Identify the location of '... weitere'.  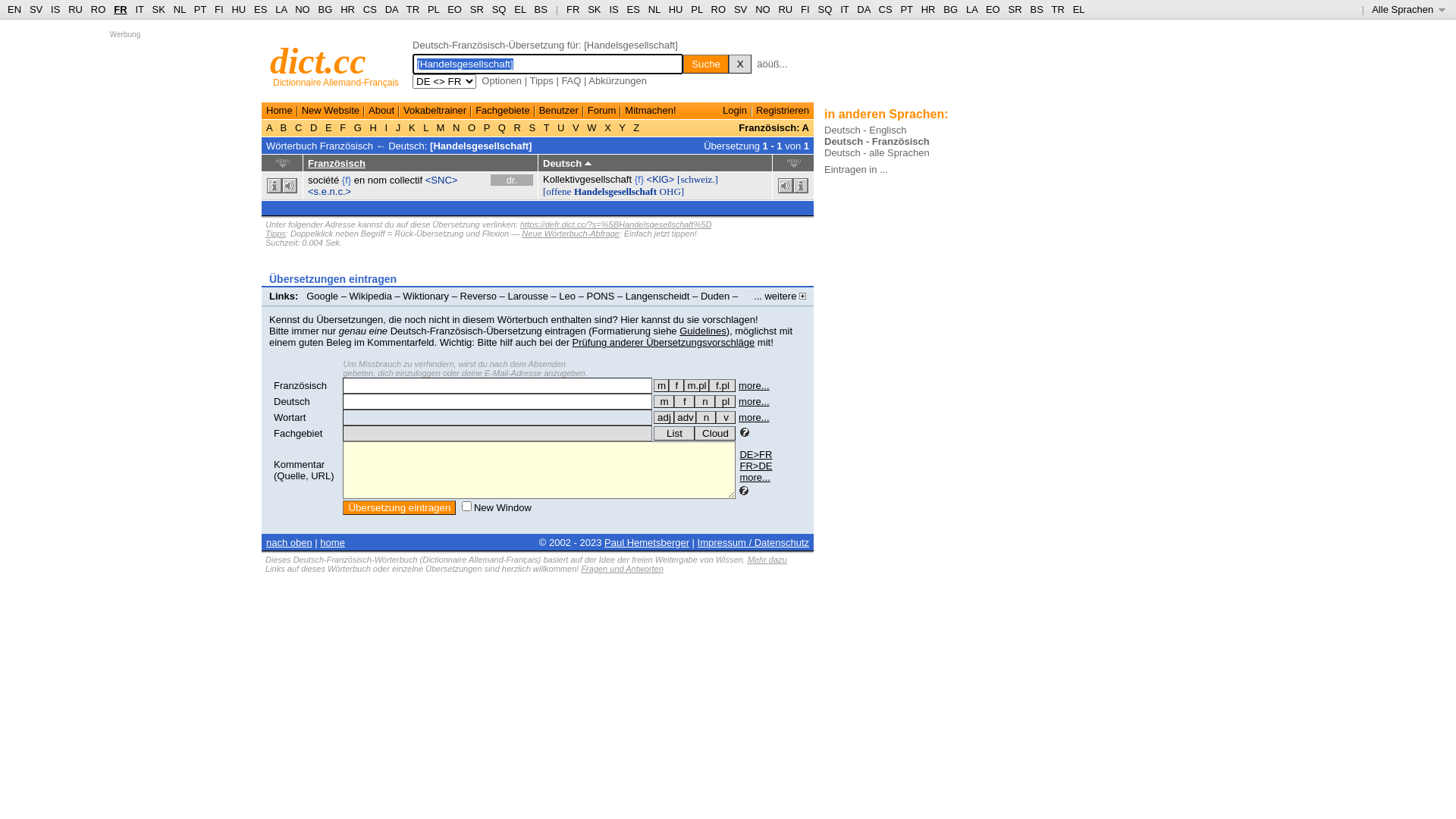
(780, 296).